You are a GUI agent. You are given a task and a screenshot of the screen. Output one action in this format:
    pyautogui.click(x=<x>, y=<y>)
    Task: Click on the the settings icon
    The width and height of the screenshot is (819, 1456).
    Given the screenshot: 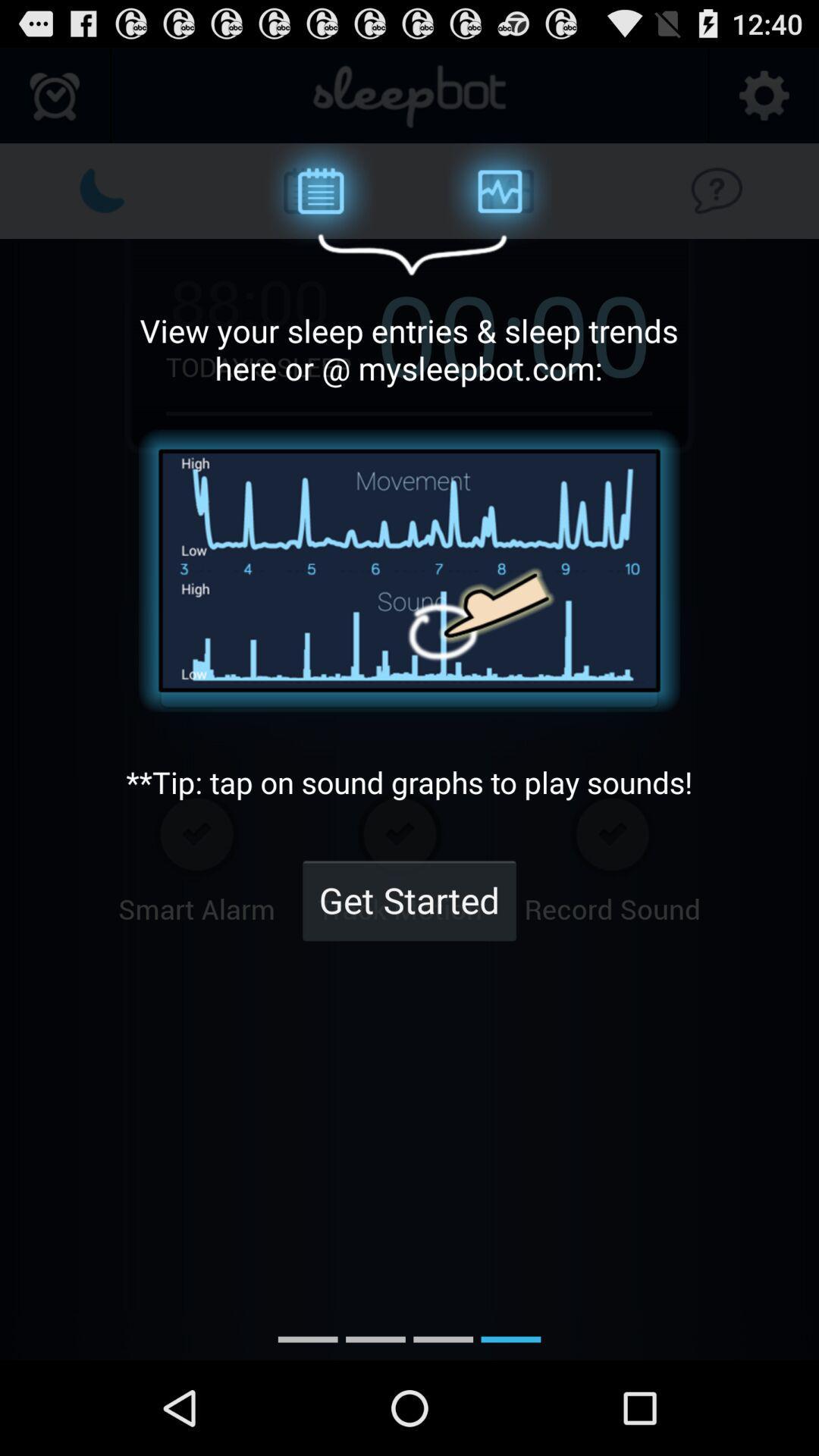 What is the action you would take?
    pyautogui.click(x=763, y=102)
    